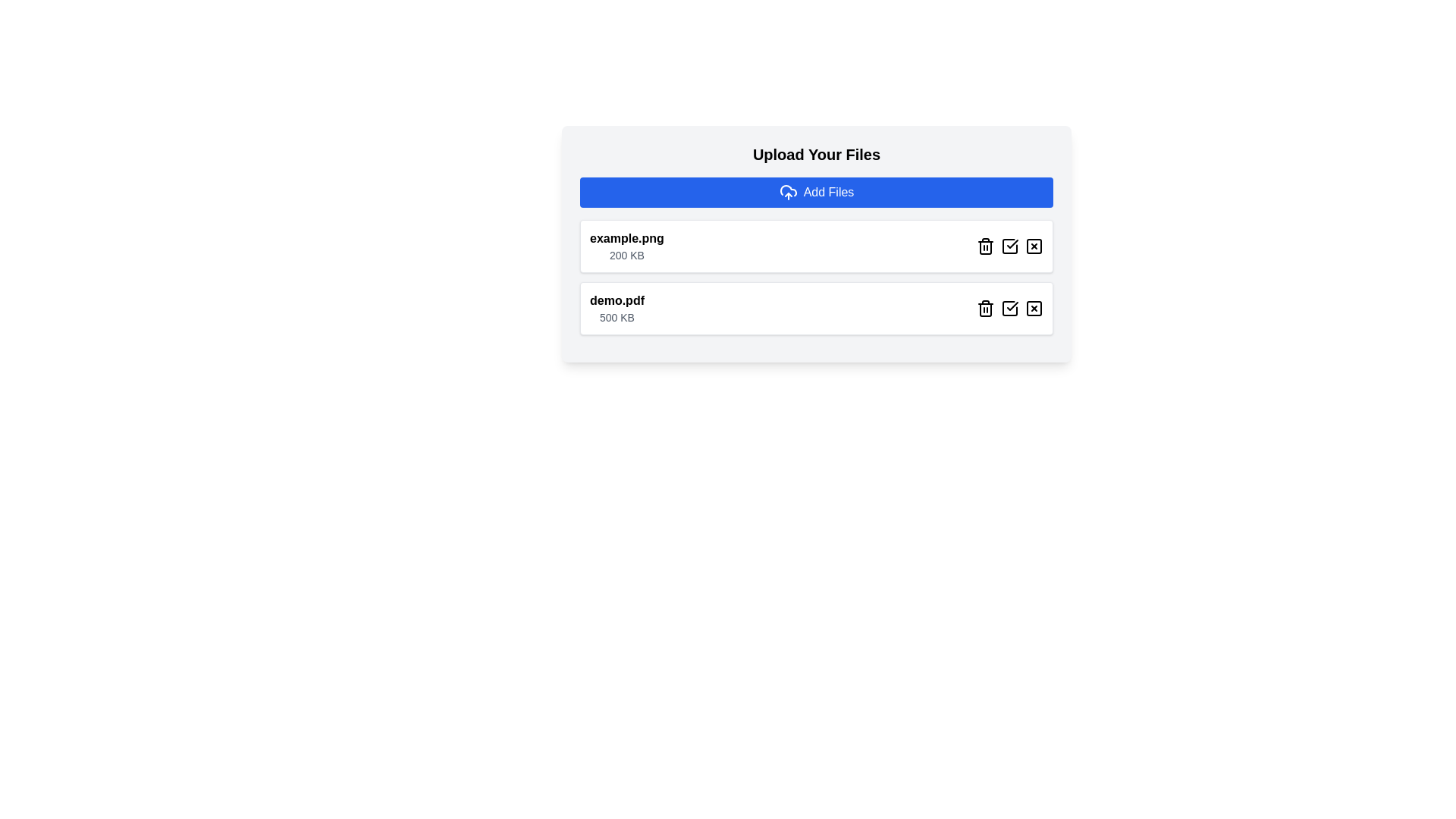  I want to click on the icon button resembling a square box with an 'X' at the far-right side of the second file item, so click(1033, 308).